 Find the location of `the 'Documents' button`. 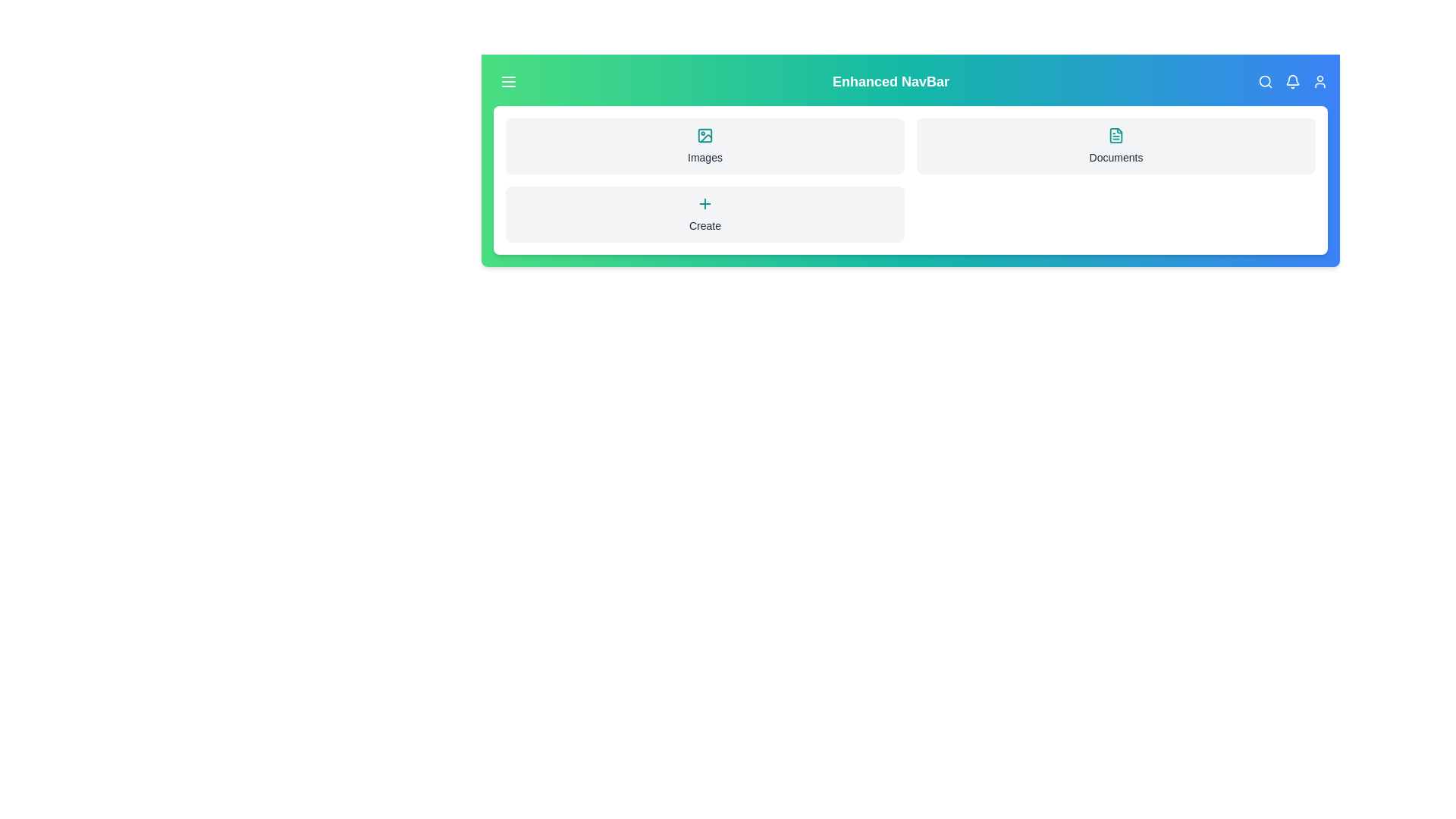

the 'Documents' button is located at coordinates (1116, 146).